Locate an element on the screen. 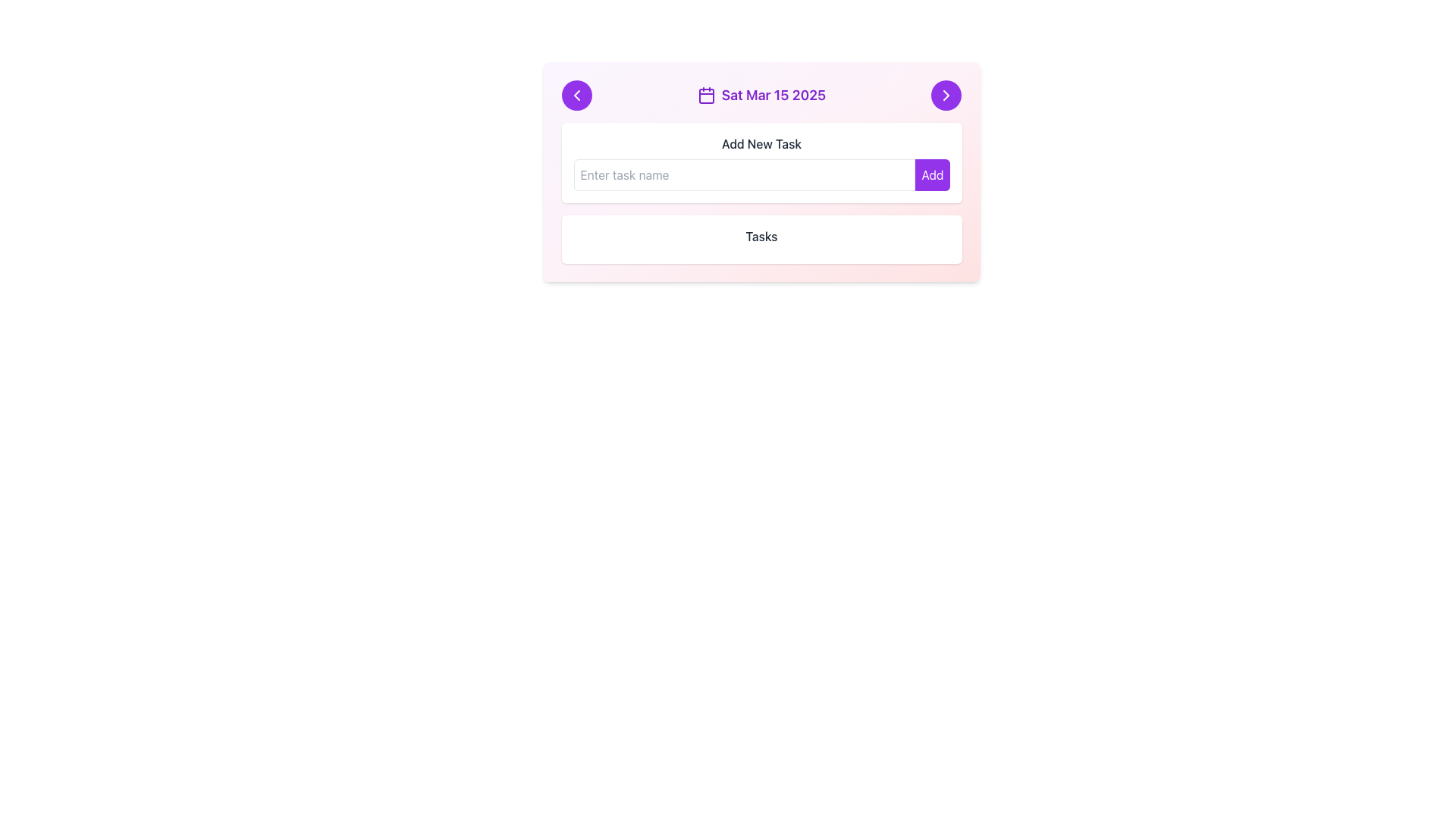 The width and height of the screenshot is (1456, 819). the chevron-shaped left-pointing arrow icon within the purple circular button located at the top-left corner is located at coordinates (576, 96).